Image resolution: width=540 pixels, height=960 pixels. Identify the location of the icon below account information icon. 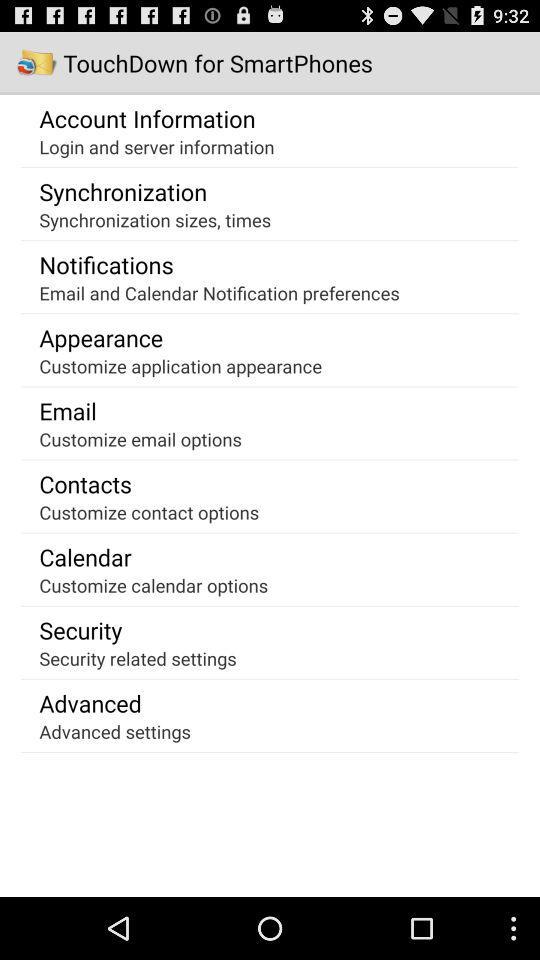
(155, 145).